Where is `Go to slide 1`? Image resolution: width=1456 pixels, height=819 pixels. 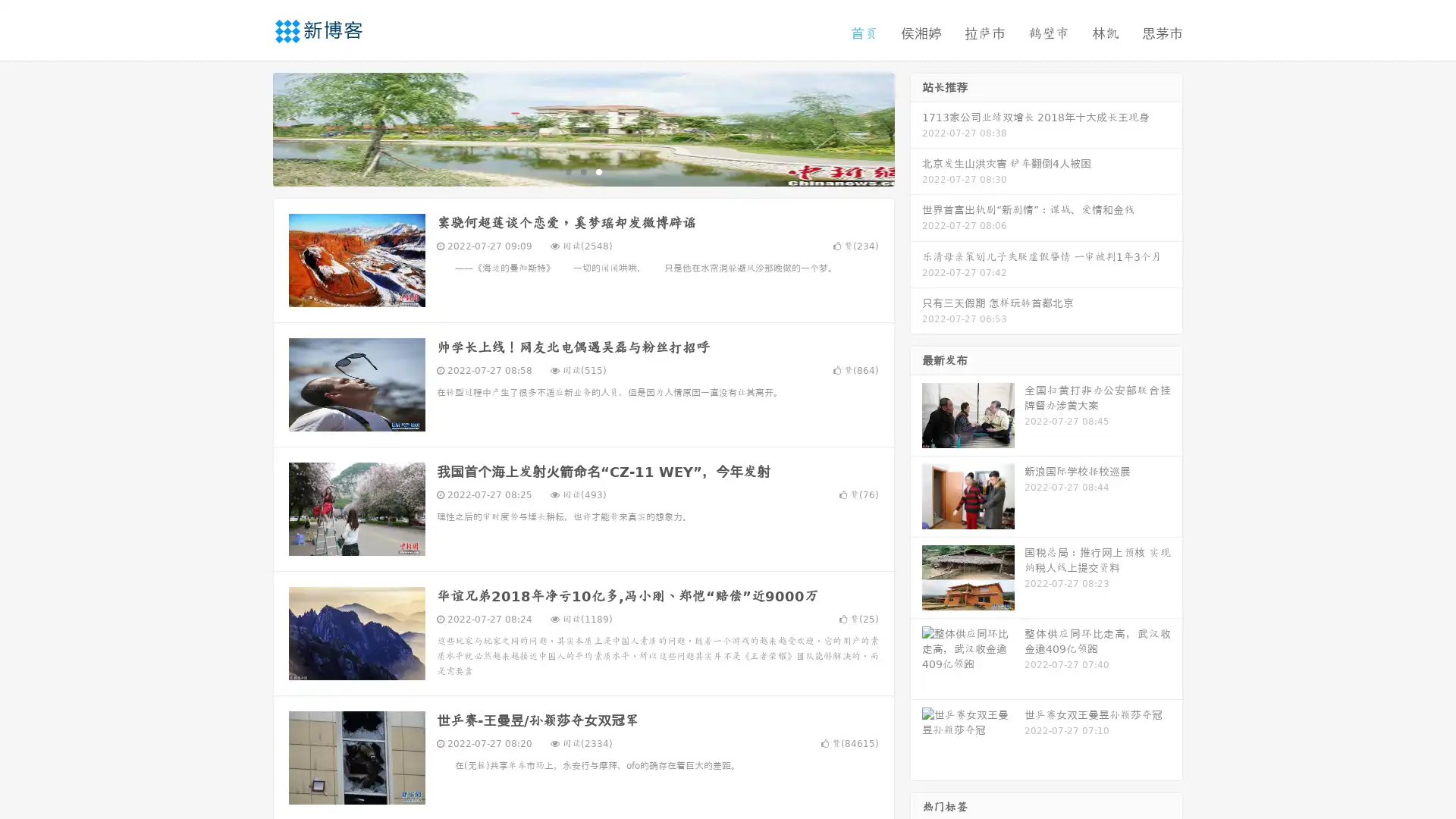
Go to slide 1 is located at coordinates (567, 171).